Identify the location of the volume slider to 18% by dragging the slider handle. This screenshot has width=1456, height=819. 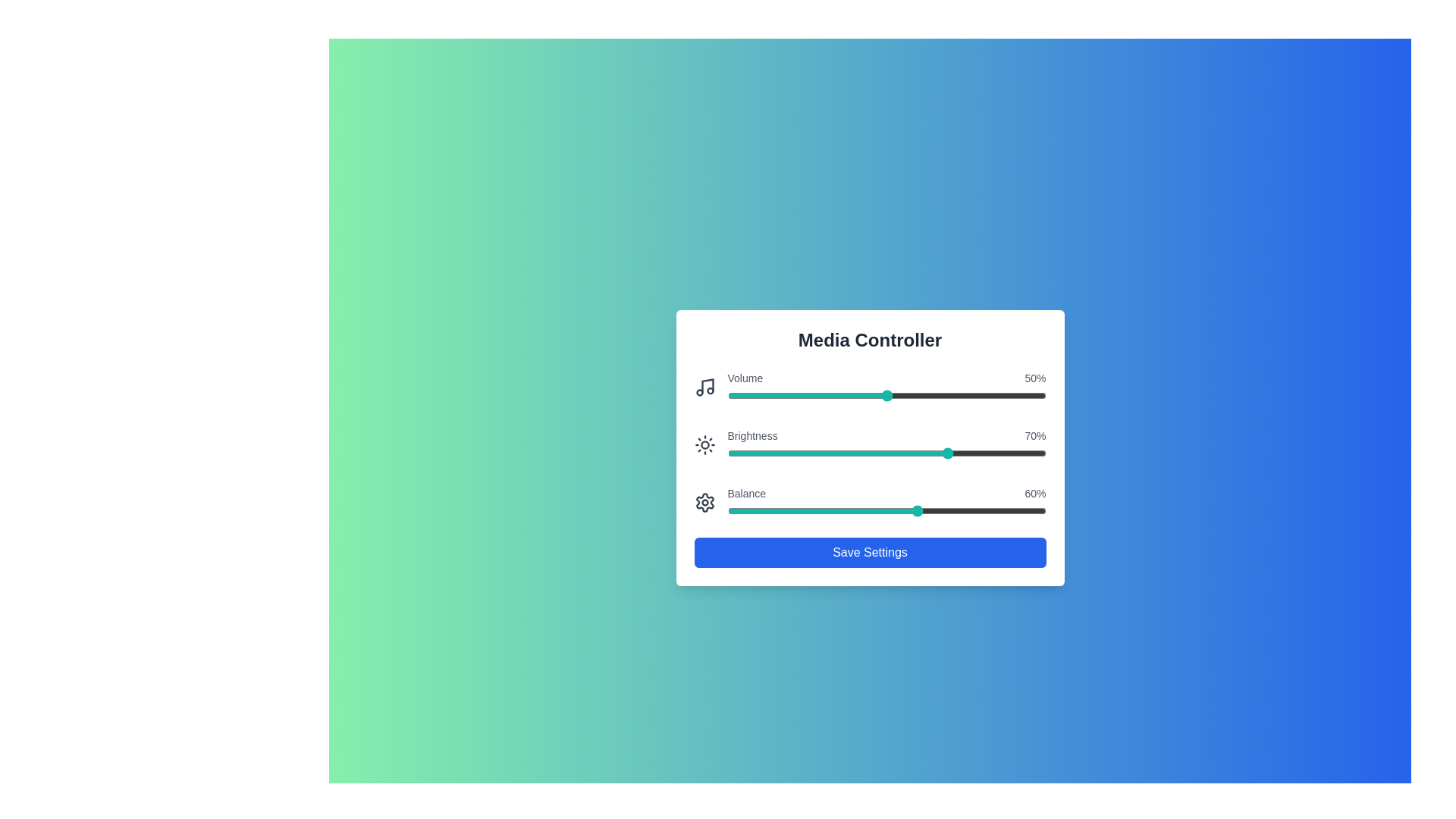
(785, 394).